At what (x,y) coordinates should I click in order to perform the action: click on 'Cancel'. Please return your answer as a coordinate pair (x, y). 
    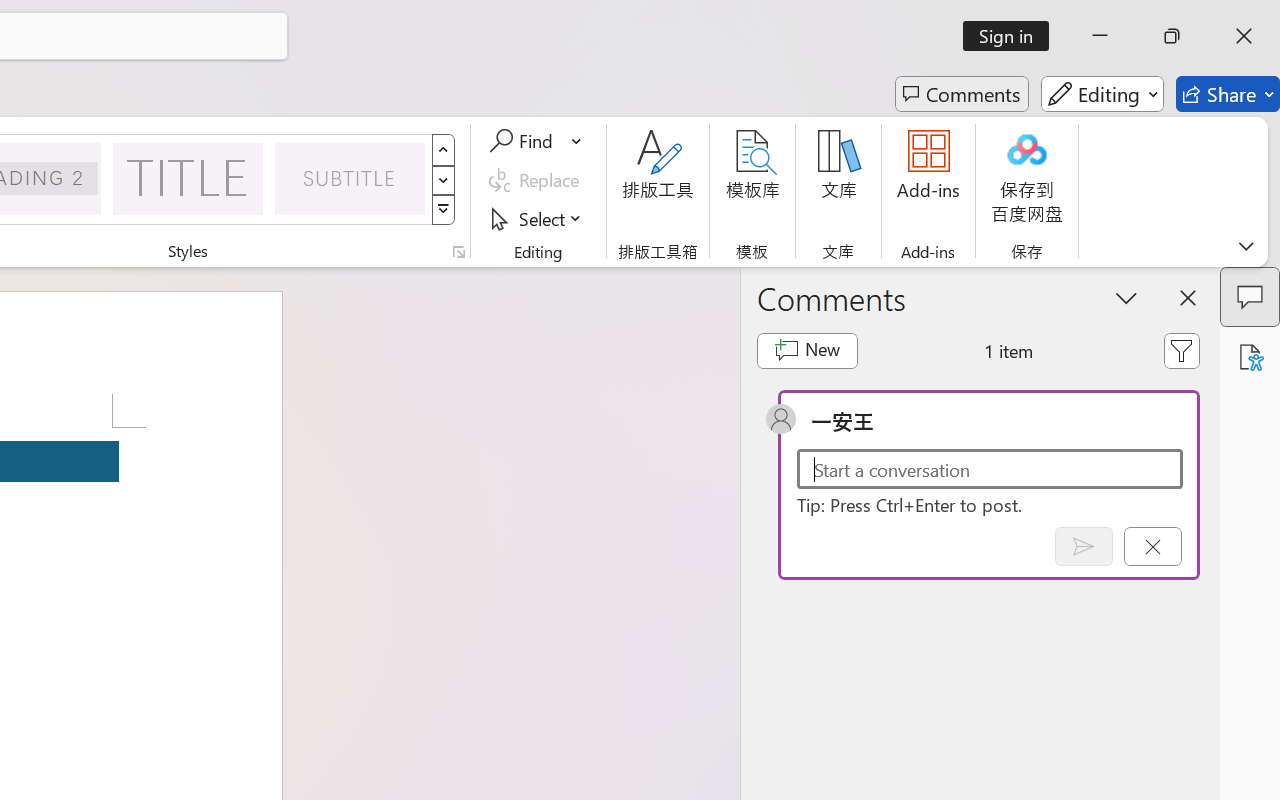
    Looking at the image, I should click on (1152, 546).